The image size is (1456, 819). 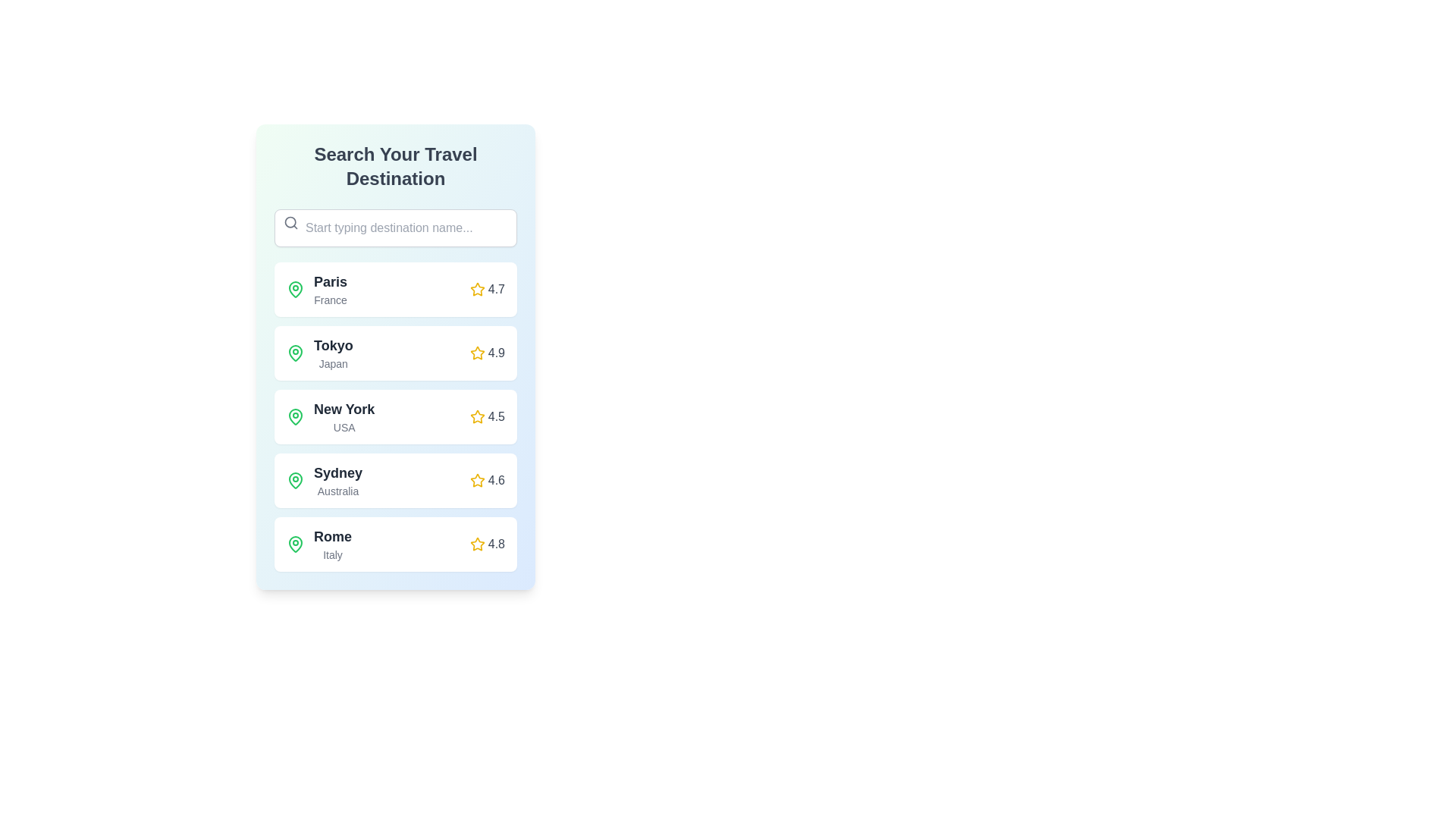 What do you see at coordinates (476, 480) in the screenshot?
I see `the yellow star-like icon representing the rating or favorite feature located to the right of the 'Sydney' destination row with a rating of 4.6` at bounding box center [476, 480].